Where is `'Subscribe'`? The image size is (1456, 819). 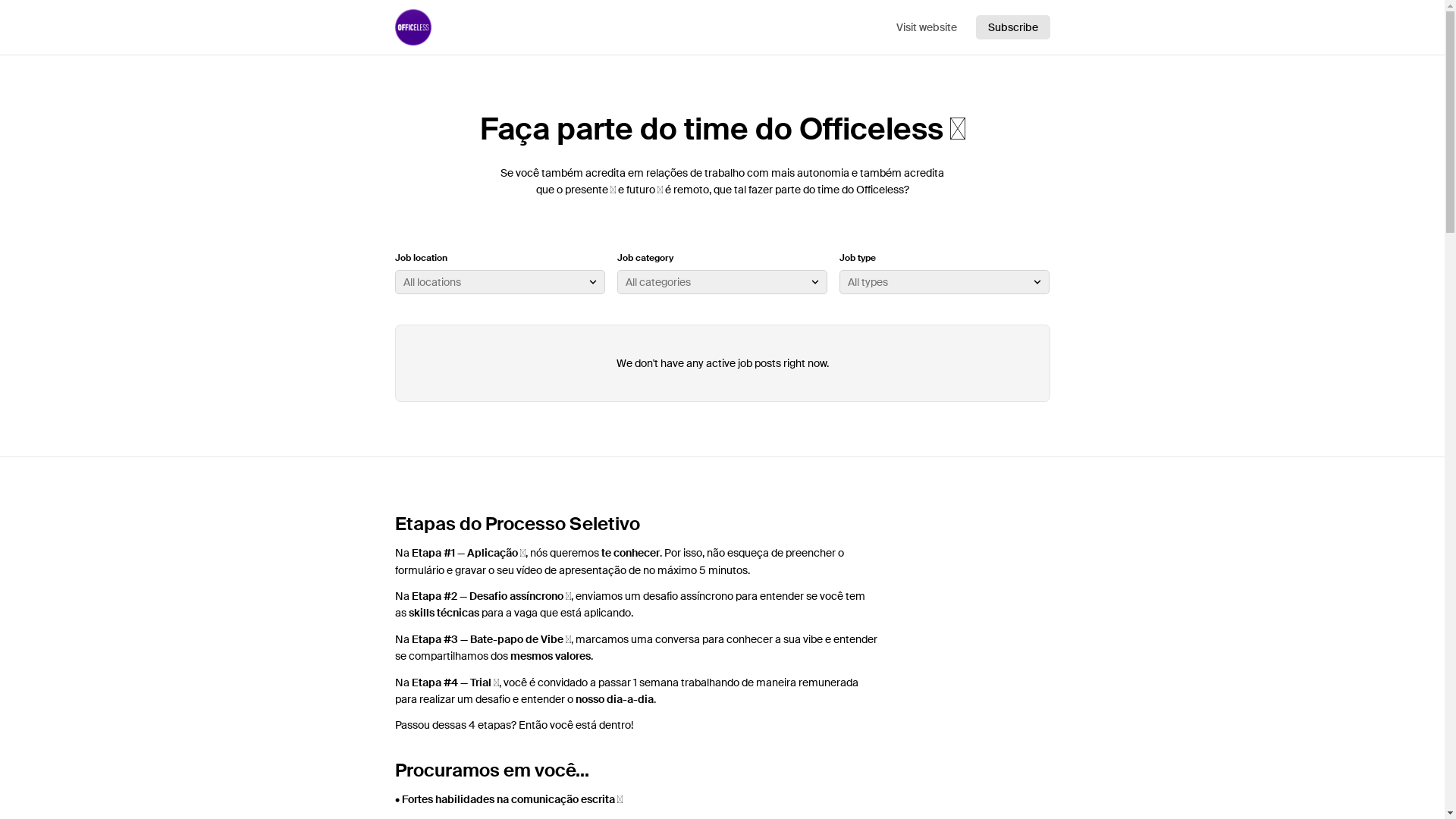 'Subscribe' is located at coordinates (975, 27).